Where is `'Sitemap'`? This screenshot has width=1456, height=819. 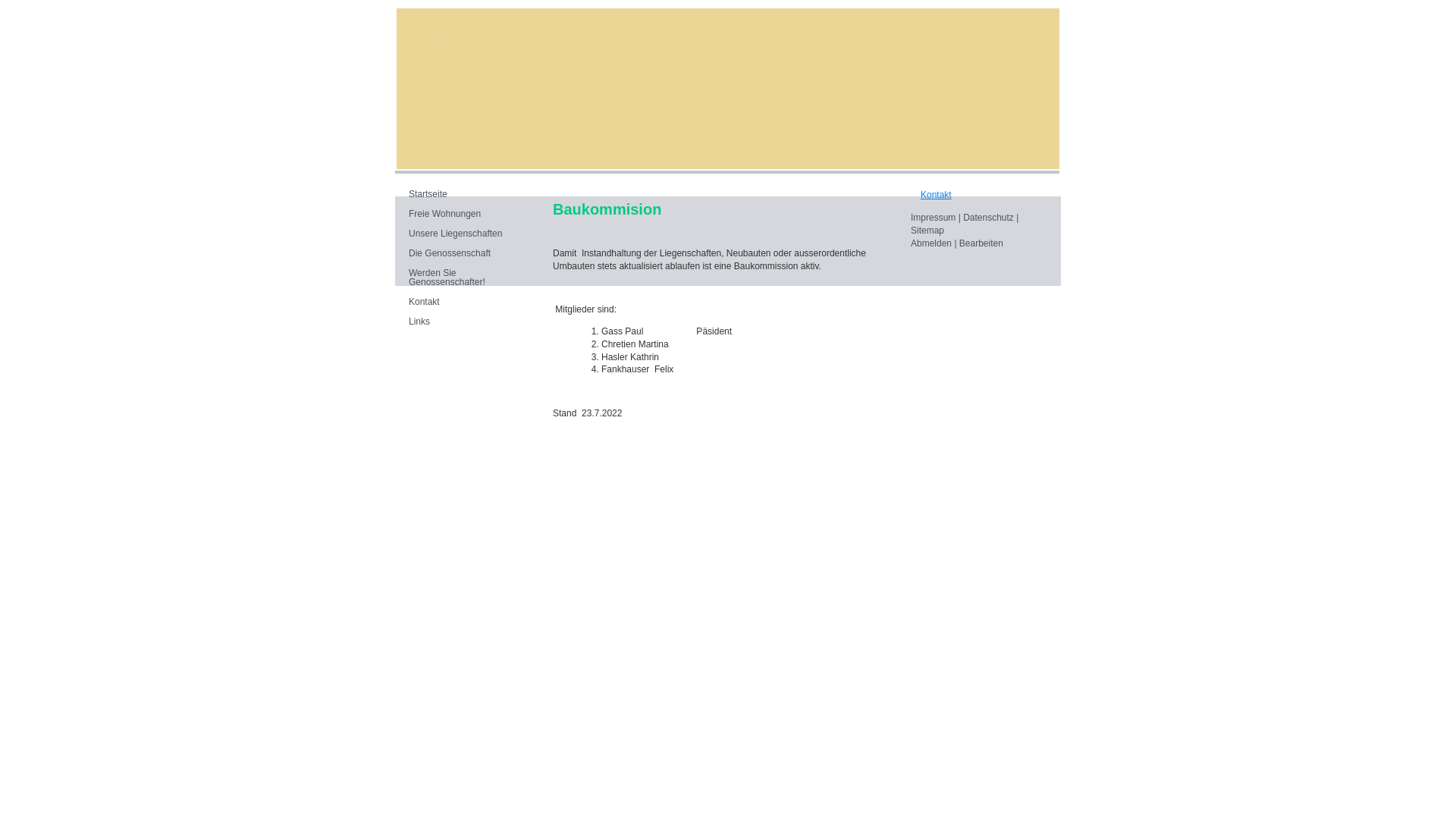
'Sitemap' is located at coordinates (927, 231).